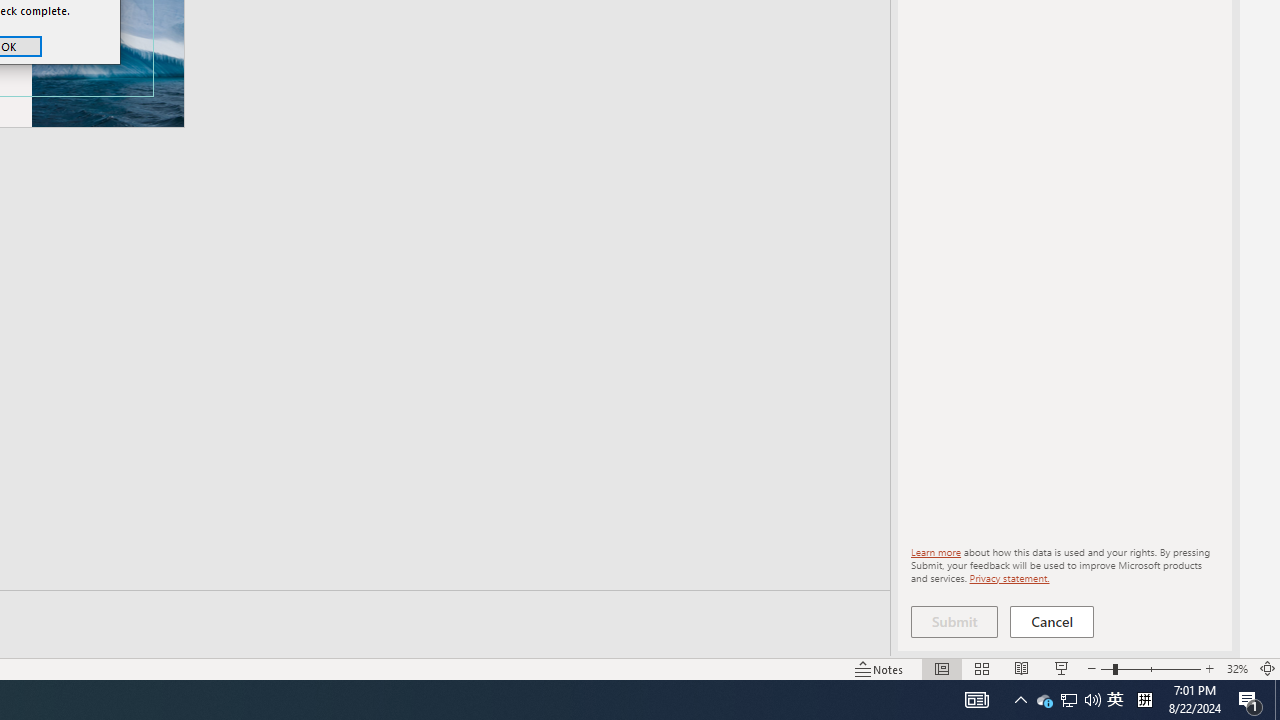 The height and width of the screenshot is (720, 1280). Describe the element at coordinates (1009, 577) in the screenshot. I see `'Privacy statement.'` at that location.